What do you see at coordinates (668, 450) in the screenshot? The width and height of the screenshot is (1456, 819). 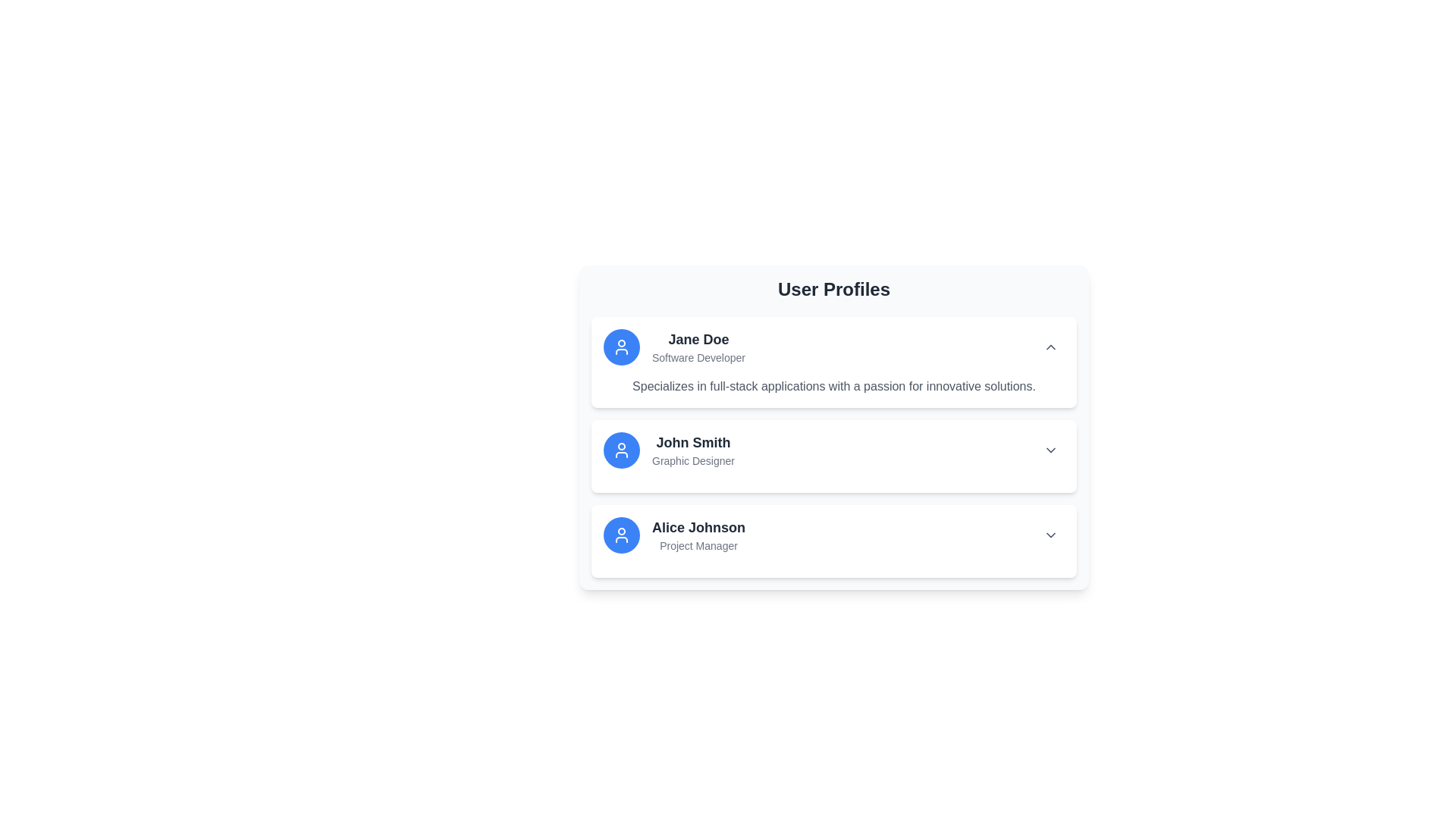 I see `the circular user icon of the Profile Card for 'John Smith', which is the second card in the 'User Profiles' list` at bounding box center [668, 450].